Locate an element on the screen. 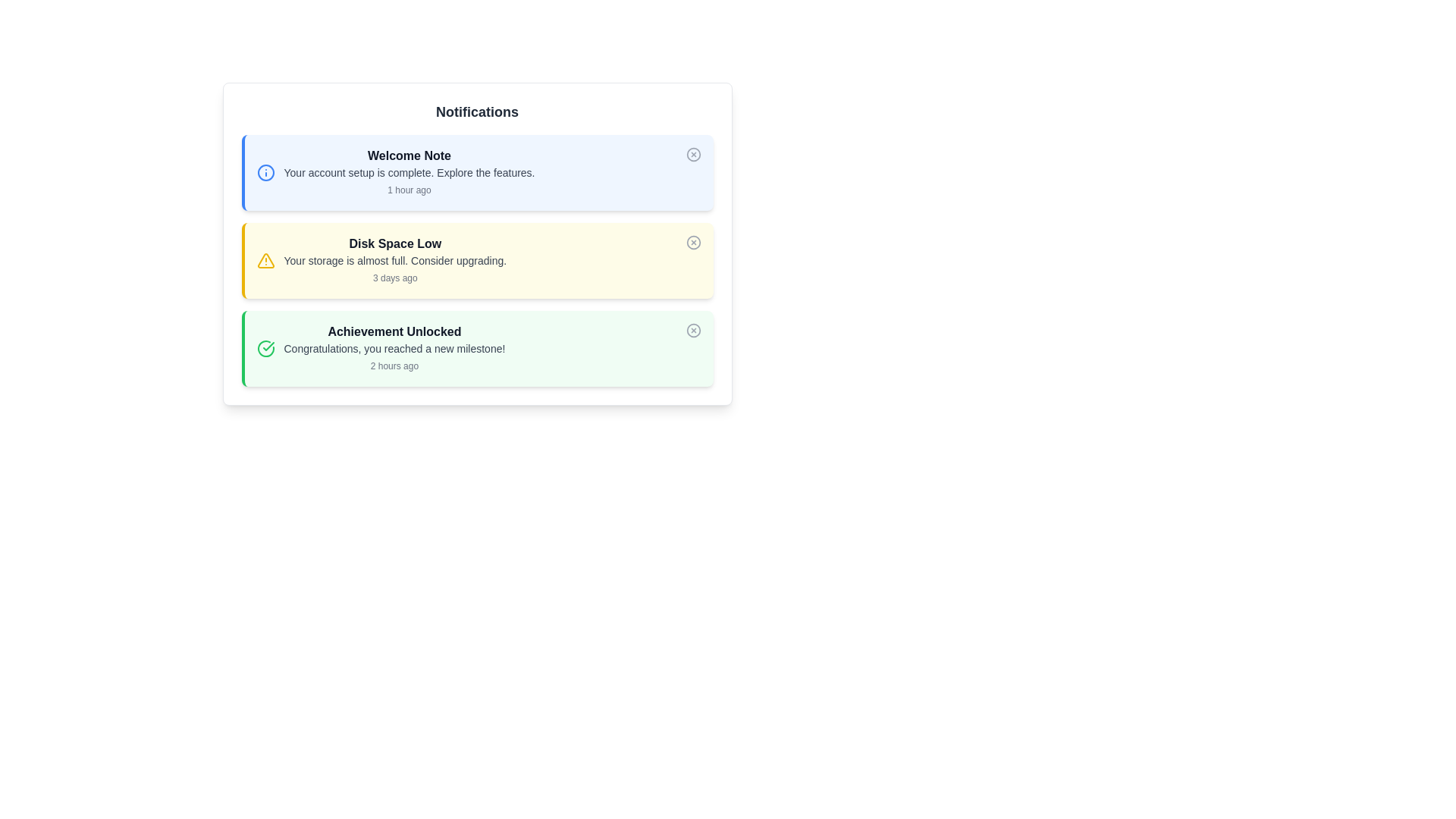 The width and height of the screenshot is (1456, 819). the text element that states 'Your account setup is complete. Explore the features.', which is styled in gray color and located below the 'Welcome Note' title is located at coordinates (409, 171).